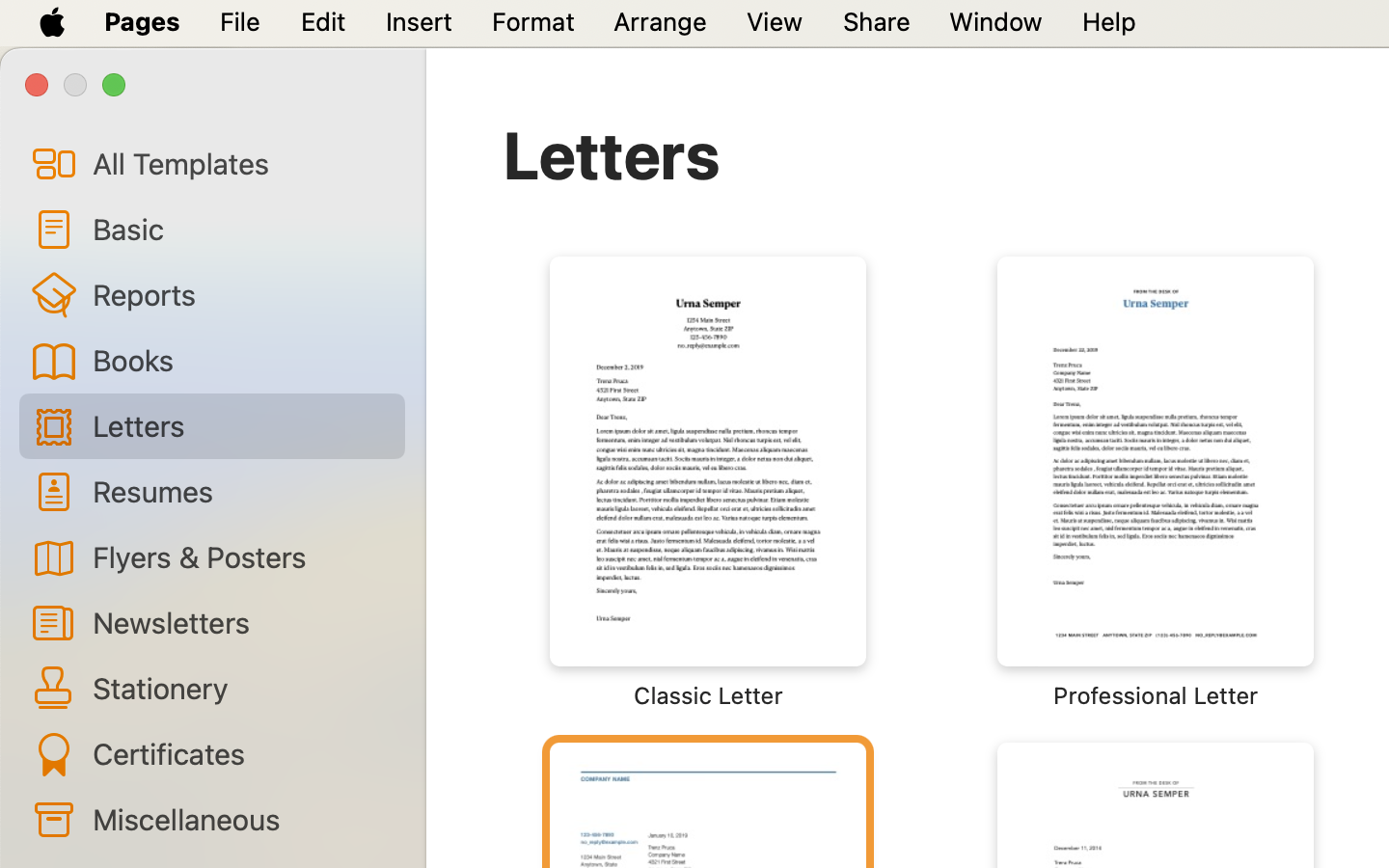  Describe the element at coordinates (239, 359) in the screenshot. I see `'Books'` at that location.